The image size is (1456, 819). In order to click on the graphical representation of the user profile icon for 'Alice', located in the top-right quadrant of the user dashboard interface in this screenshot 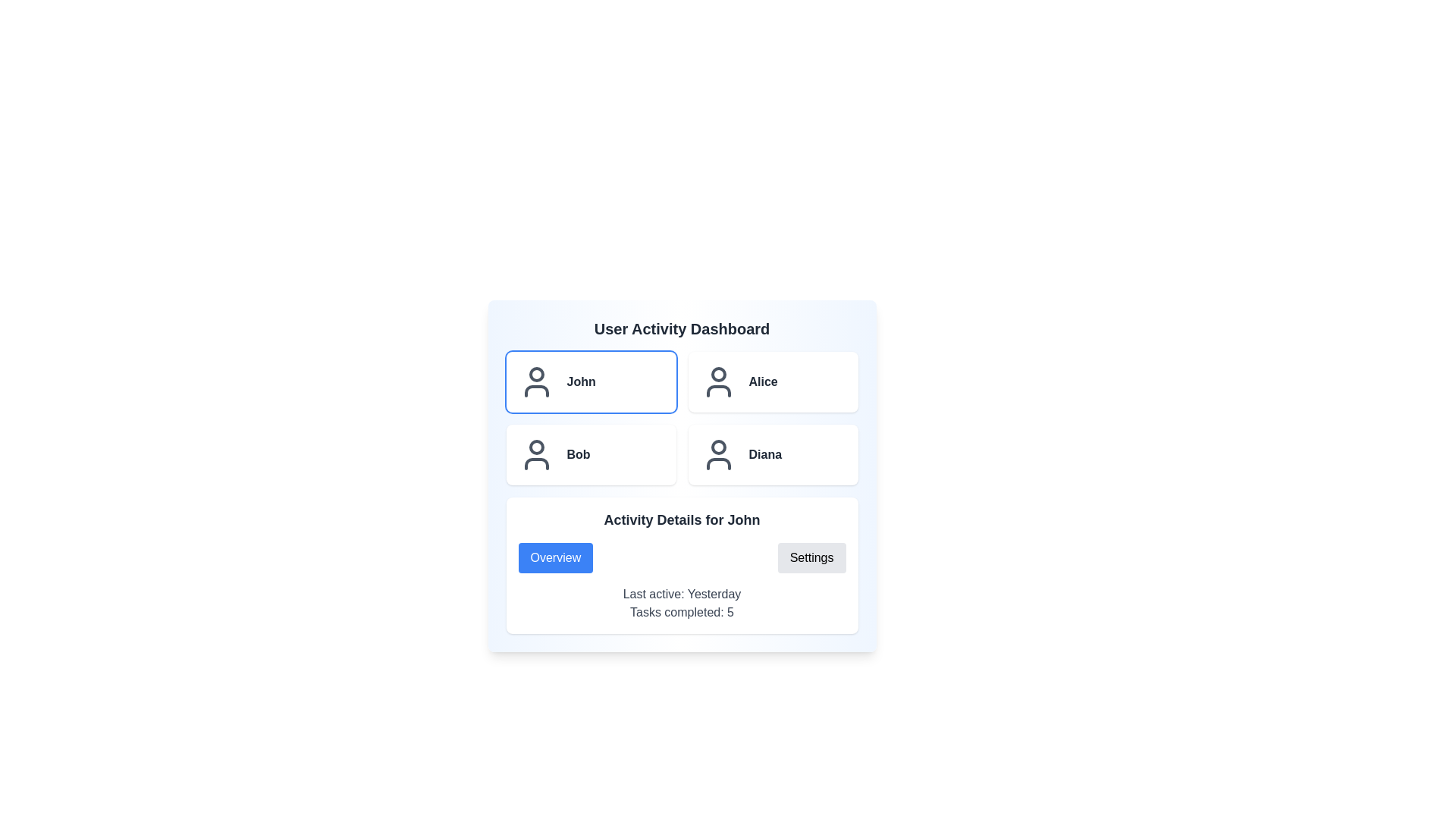, I will do `click(717, 374)`.